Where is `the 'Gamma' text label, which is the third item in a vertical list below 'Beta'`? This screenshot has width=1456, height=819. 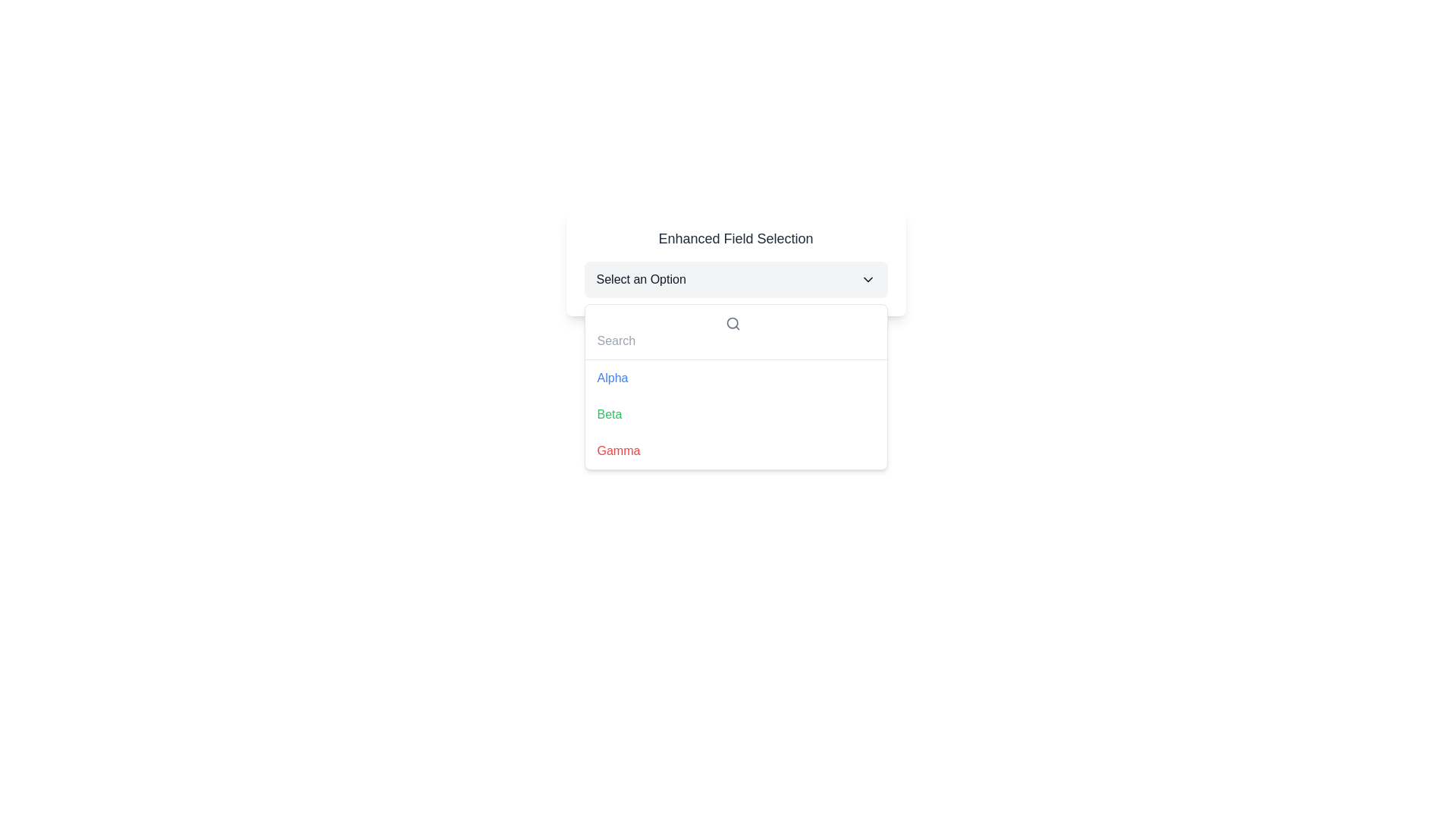 the 'Gamma' text label, which is the third item in a vertical list below 'Beta' is located at coordinates (619, 450).